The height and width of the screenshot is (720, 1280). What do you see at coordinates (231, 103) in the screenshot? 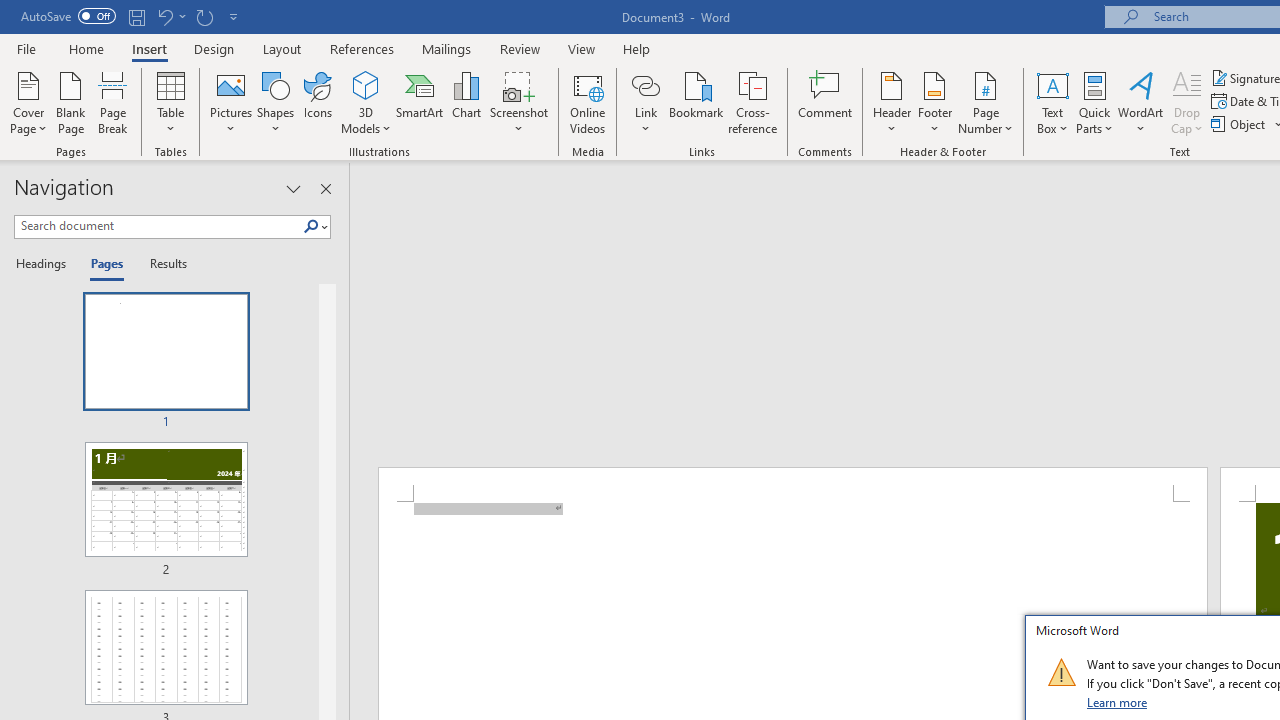
I see `'Pictures'` at bounding box center [231, 103].